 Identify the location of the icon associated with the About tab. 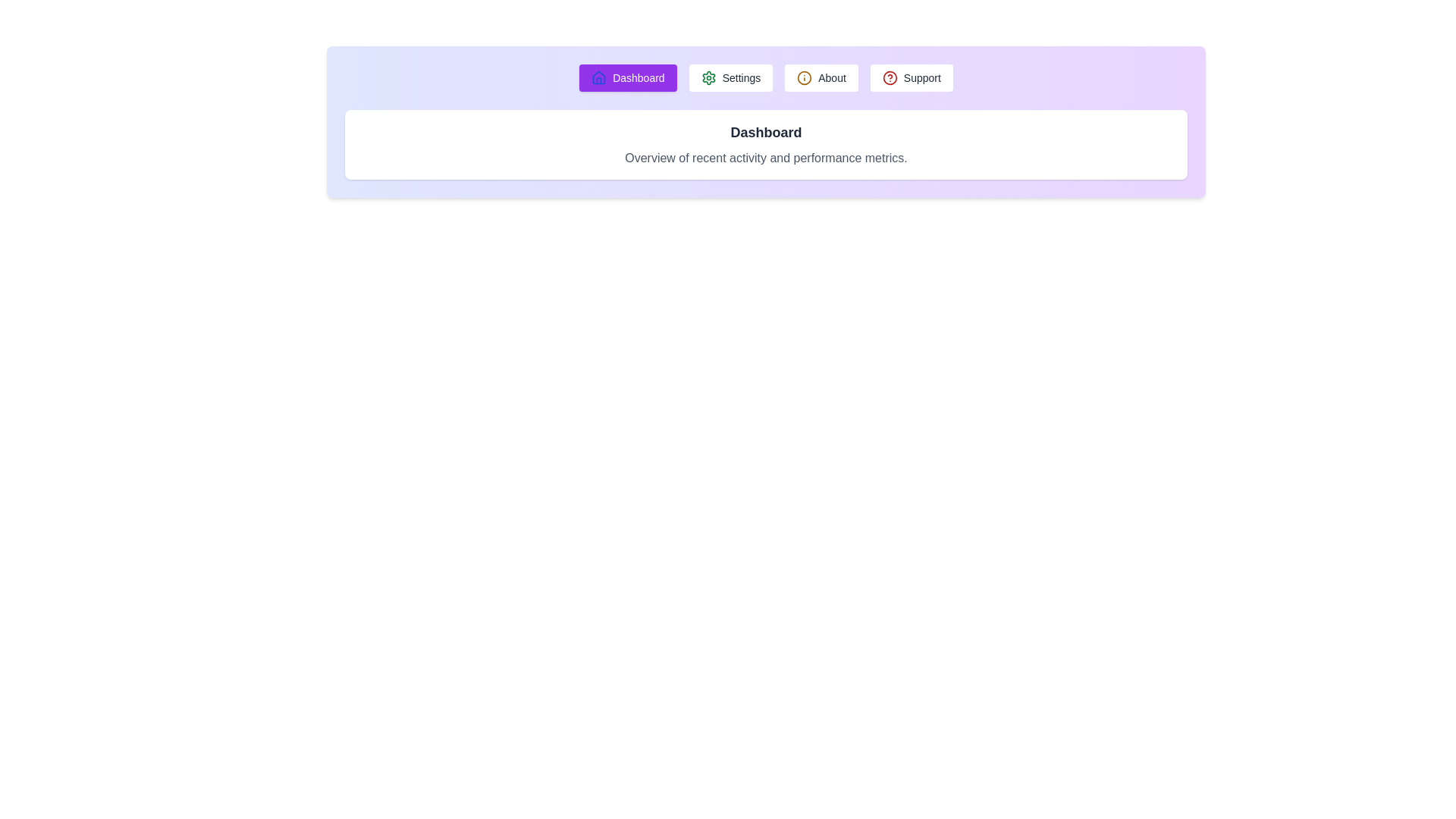
(804, 78).